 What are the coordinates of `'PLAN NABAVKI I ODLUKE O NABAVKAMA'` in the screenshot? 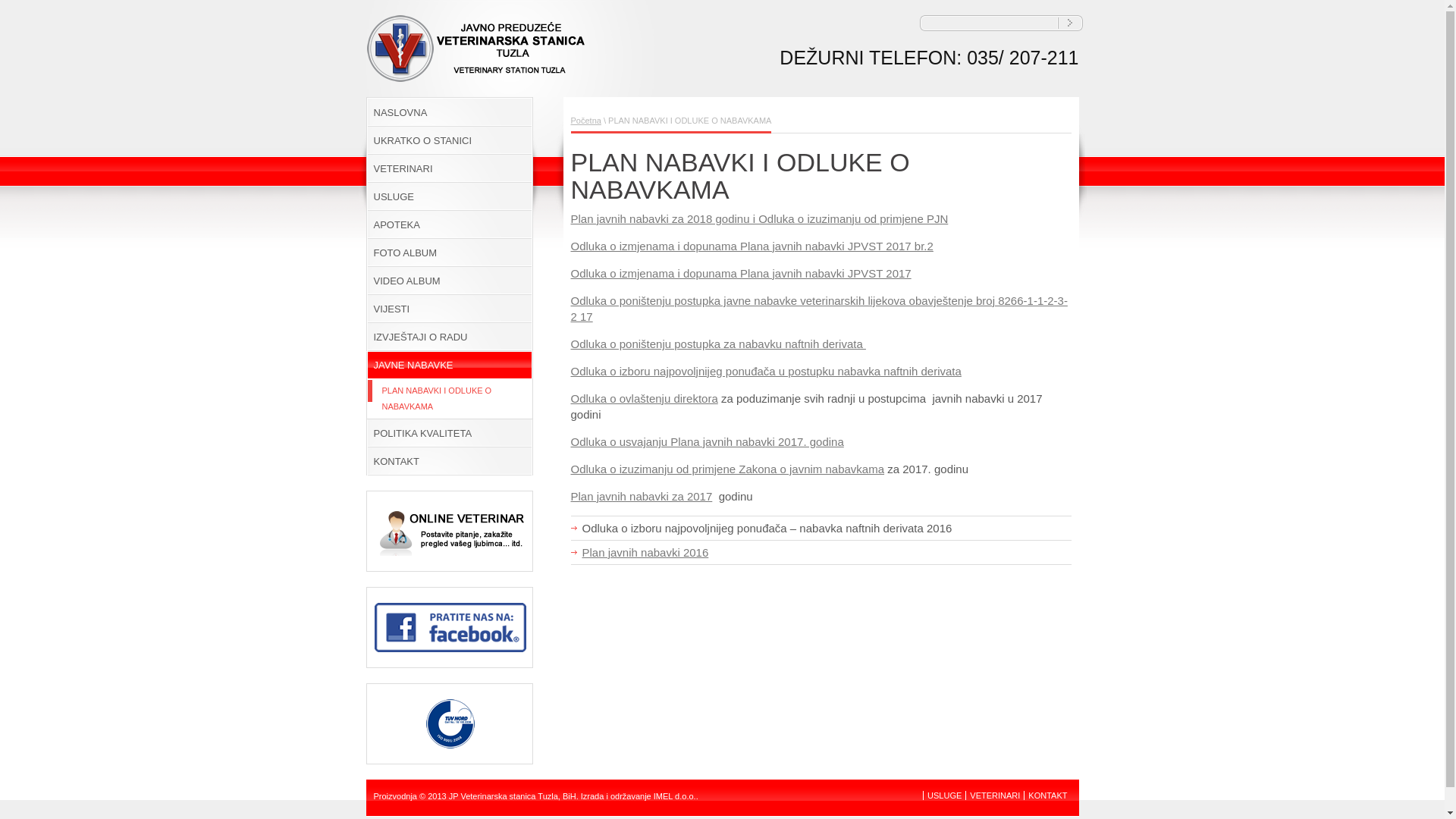 It's located at (447, 398).